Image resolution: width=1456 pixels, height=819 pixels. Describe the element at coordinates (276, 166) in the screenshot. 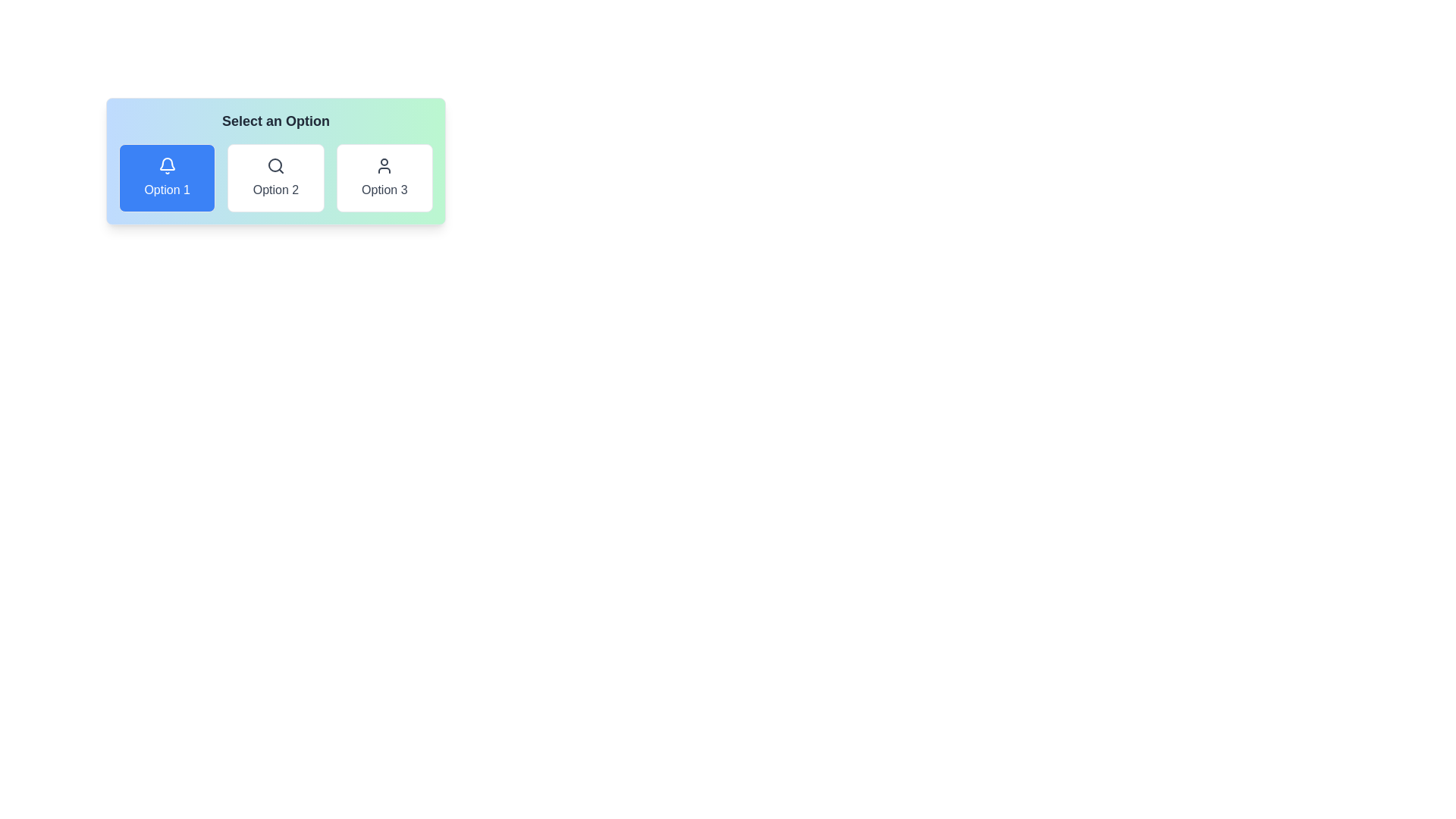

I see `the search icon, which is a magnifying glass shape outlined in dark color, located in the center-right of the tile labeled 'Option 2'` at that location.